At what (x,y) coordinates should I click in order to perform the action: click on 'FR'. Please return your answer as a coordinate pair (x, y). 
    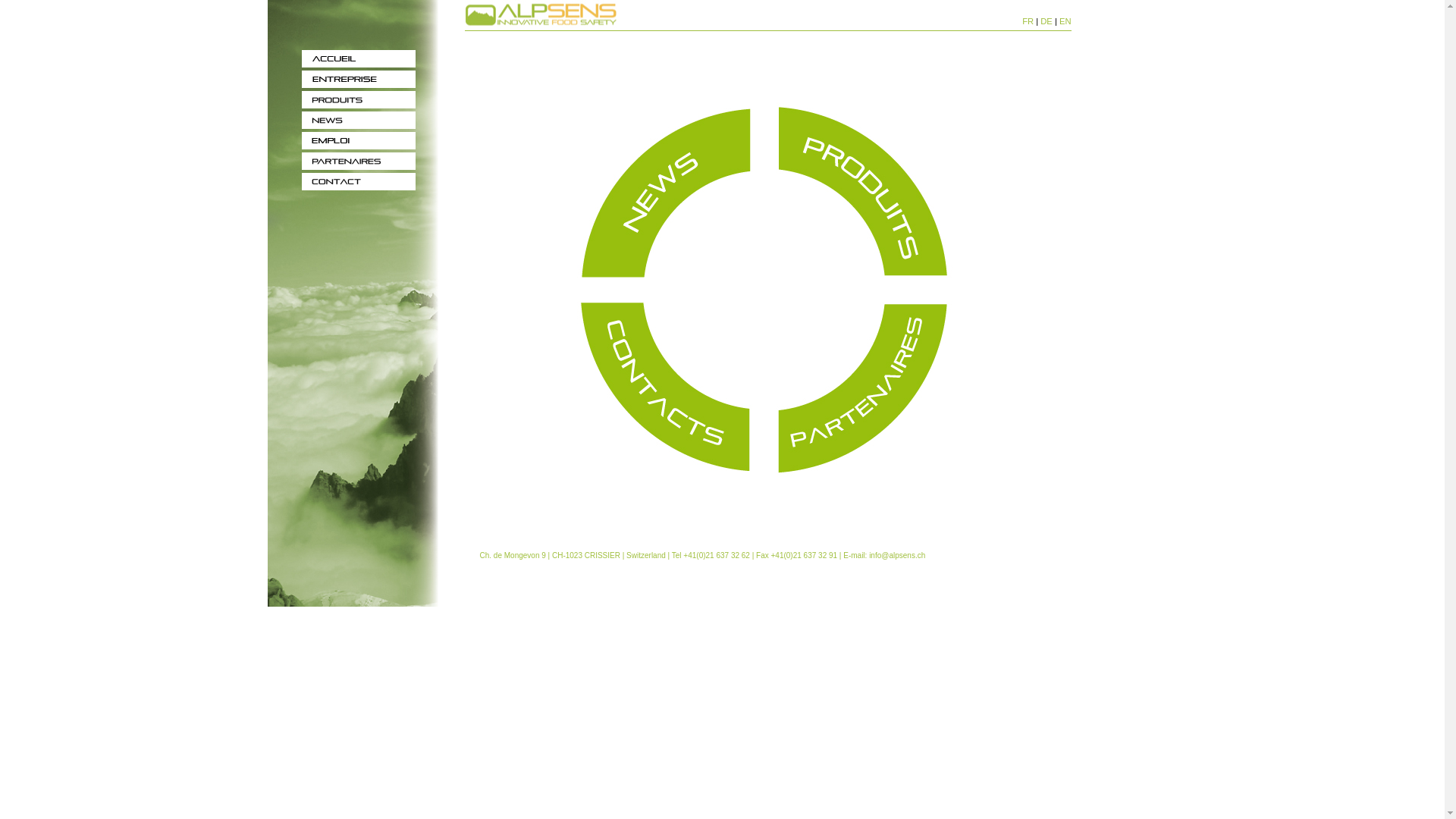
    Looking at the image, I should click on (1028, 20).